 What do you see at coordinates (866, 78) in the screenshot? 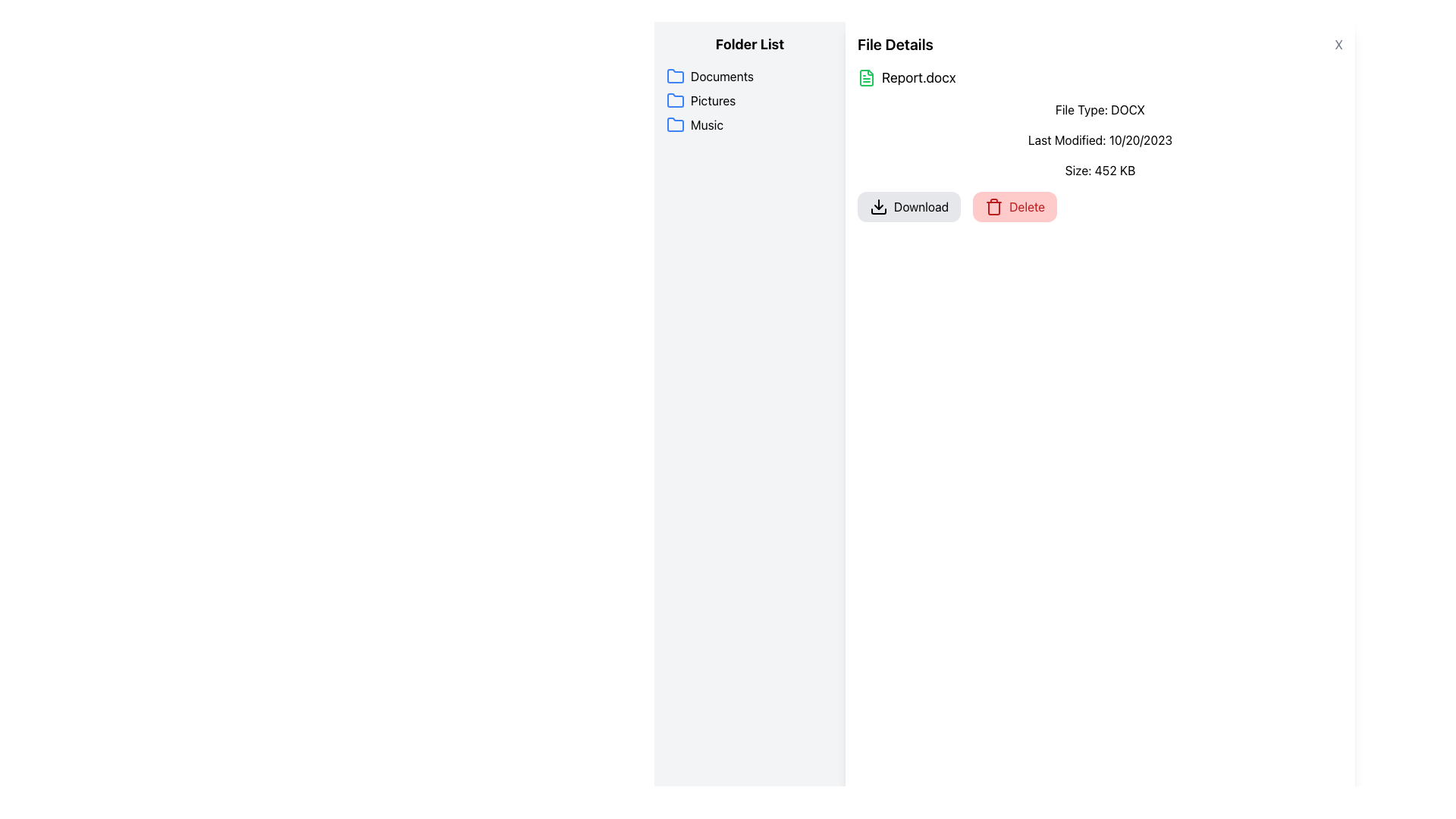
I see `the file document icon representing 'Report.docx', which is styled in green and located at the far left of the file listing` at bounding box center [866, 78].